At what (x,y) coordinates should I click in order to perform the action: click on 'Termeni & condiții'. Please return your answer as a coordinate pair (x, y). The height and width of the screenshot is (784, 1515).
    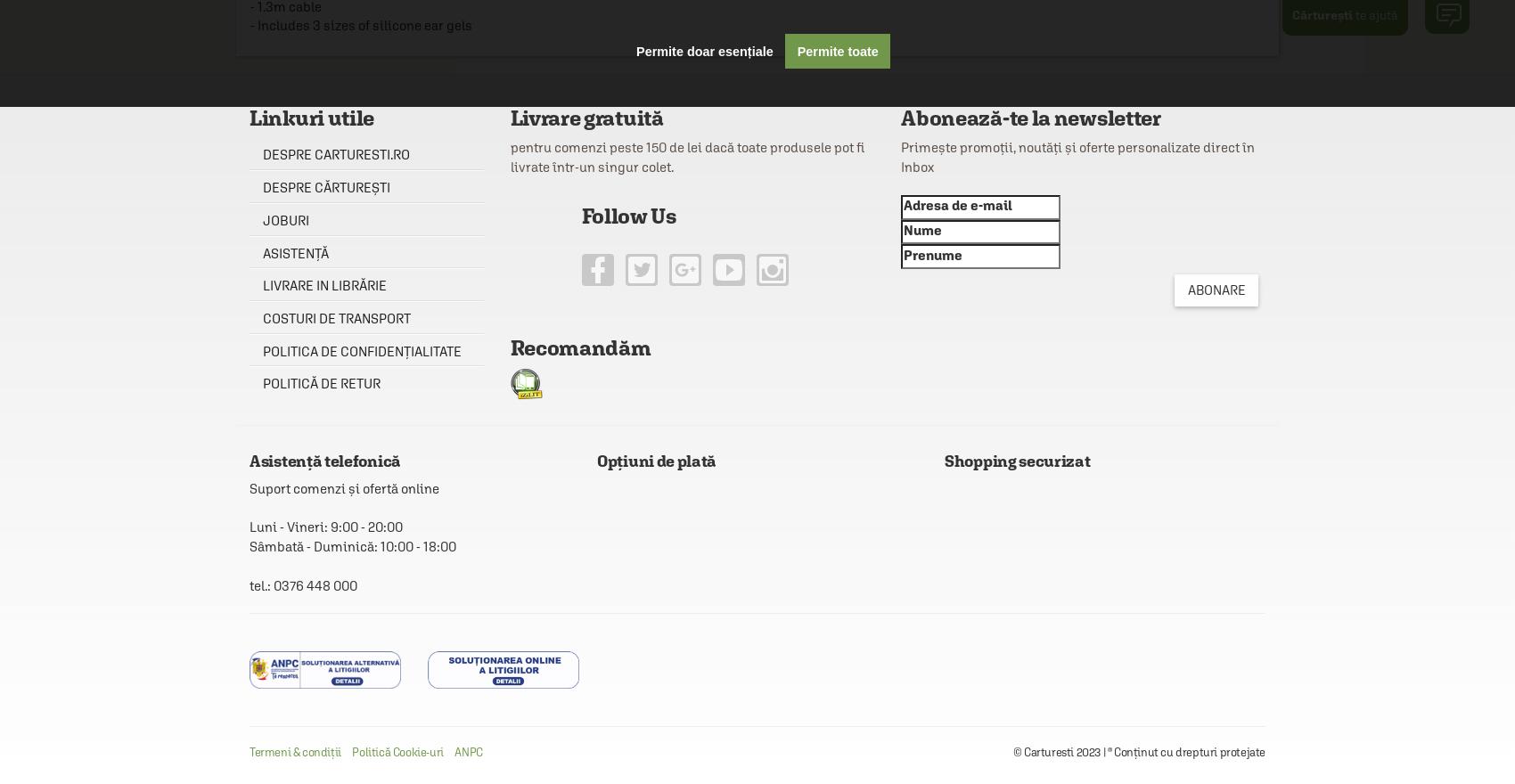
    Looking at the image, I should click on (249, 752).